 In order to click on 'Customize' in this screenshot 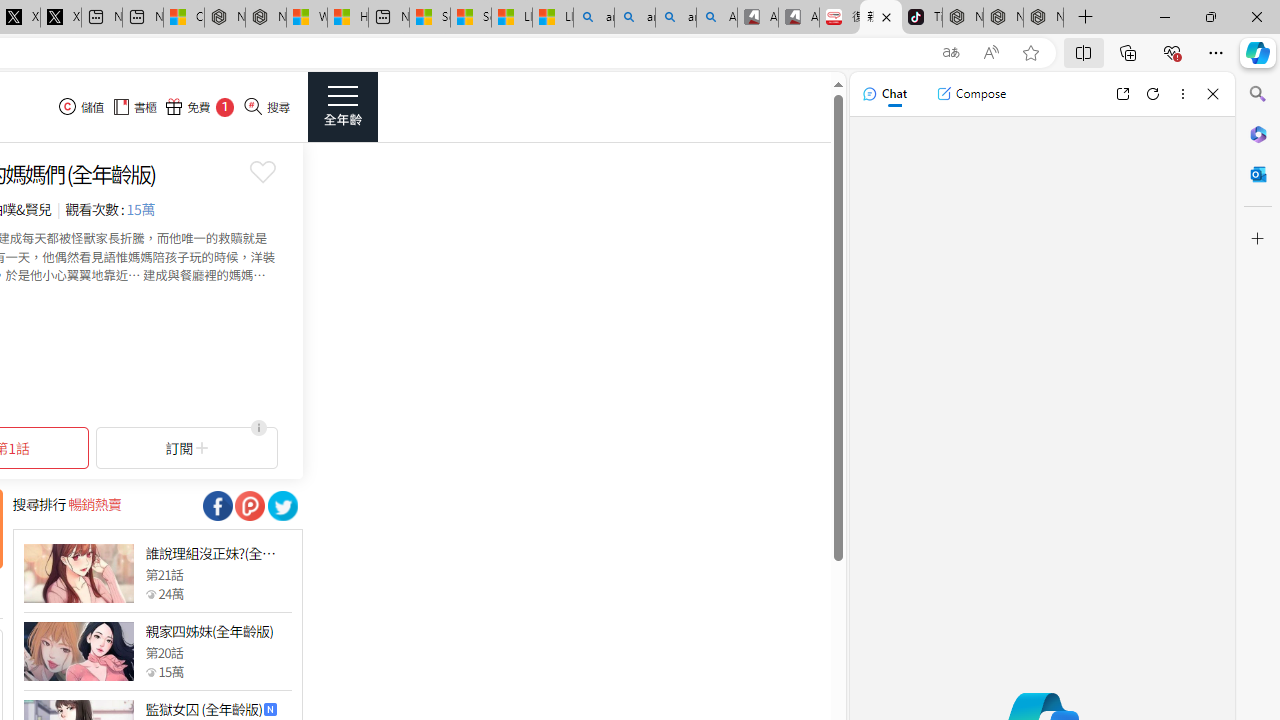, I will do `click(1257, 238)`.